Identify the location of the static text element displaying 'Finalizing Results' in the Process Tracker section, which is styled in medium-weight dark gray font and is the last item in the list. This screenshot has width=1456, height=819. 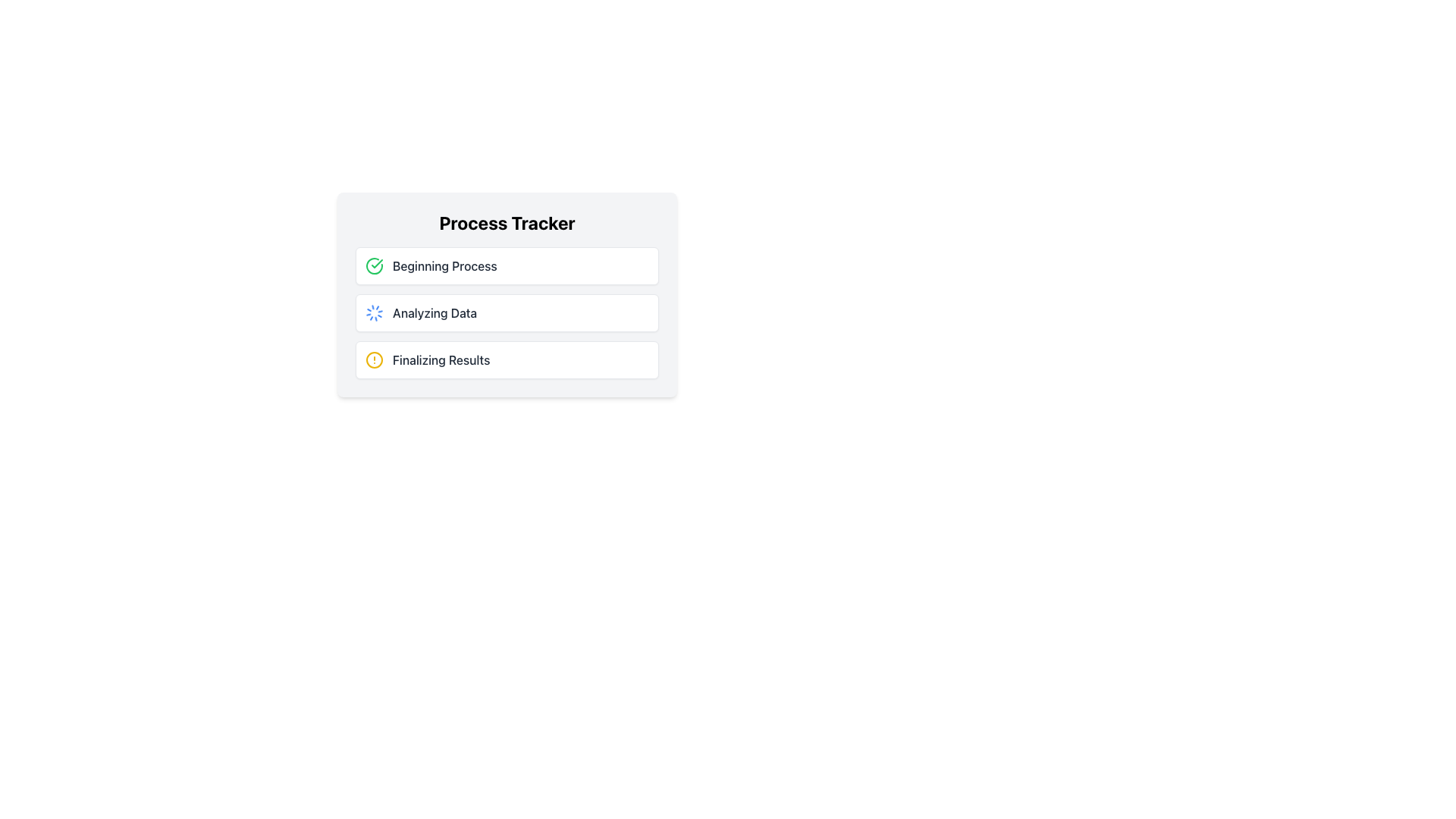
(441, 359).